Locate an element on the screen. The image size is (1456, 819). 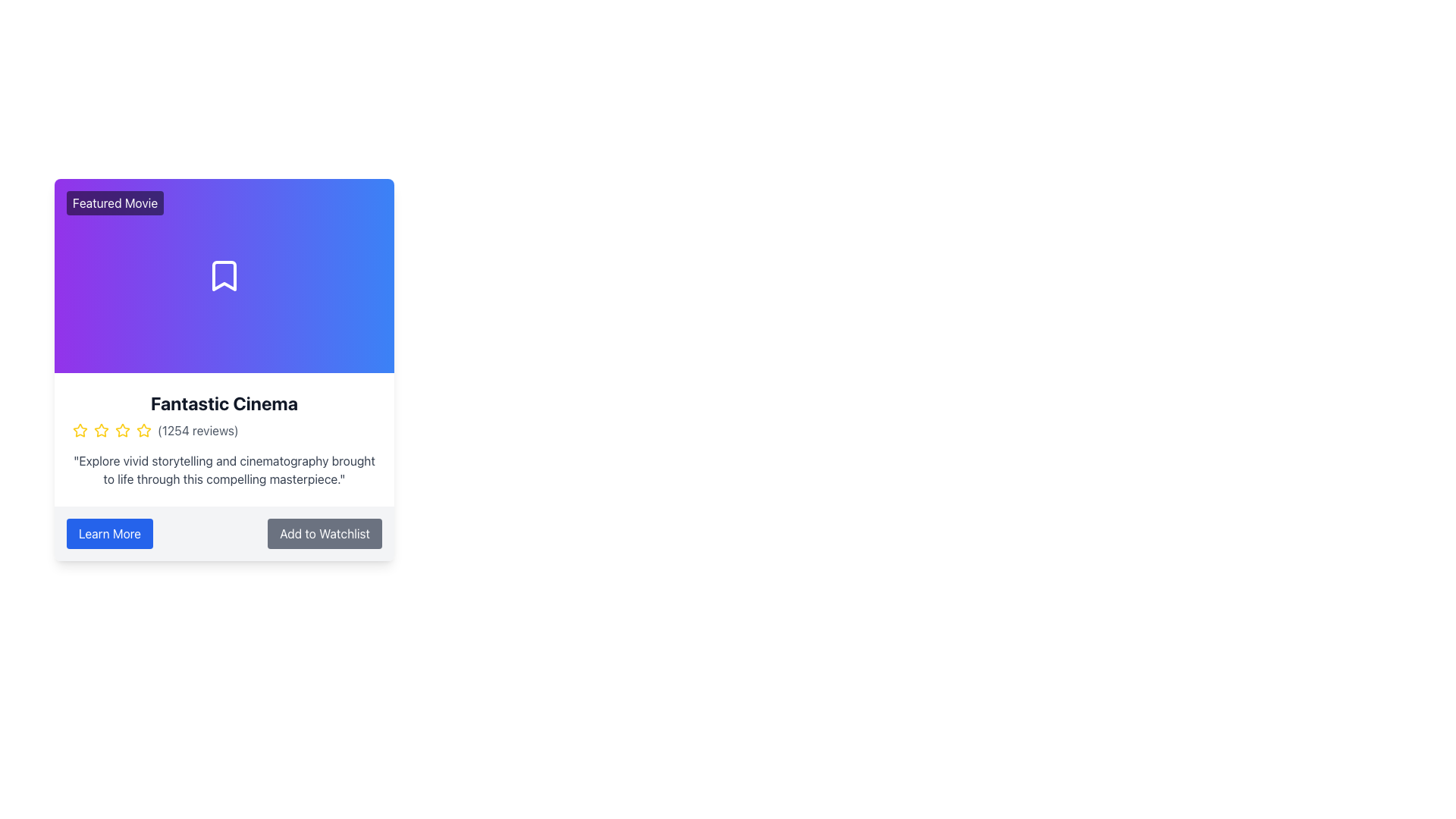
the fifth yellow star icon with a hollow interior is located at coordinates (144, 430).